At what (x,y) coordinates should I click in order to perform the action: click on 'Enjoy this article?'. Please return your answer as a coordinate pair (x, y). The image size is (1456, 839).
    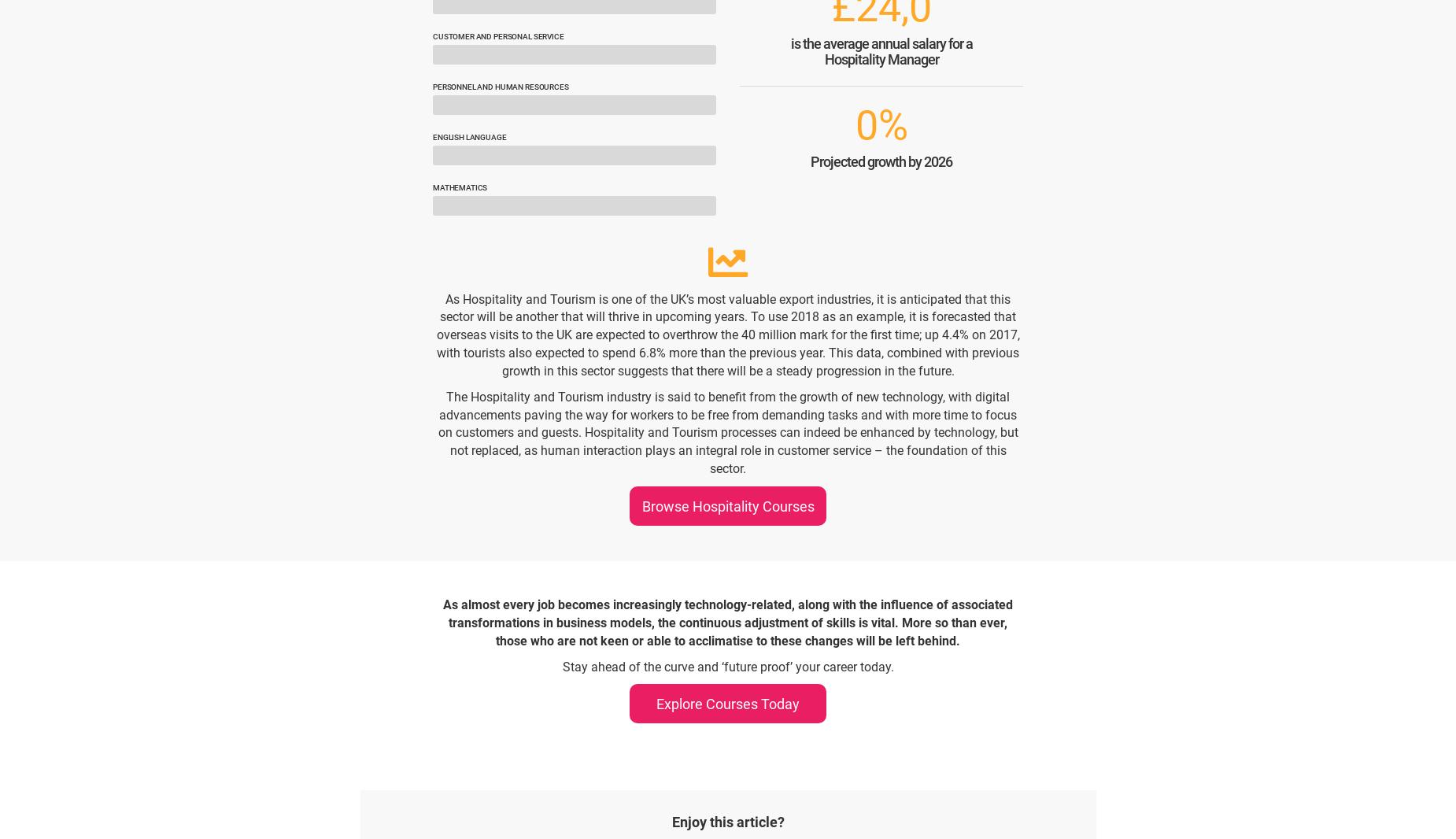
    Looking at the image, I should click on (727, 822).